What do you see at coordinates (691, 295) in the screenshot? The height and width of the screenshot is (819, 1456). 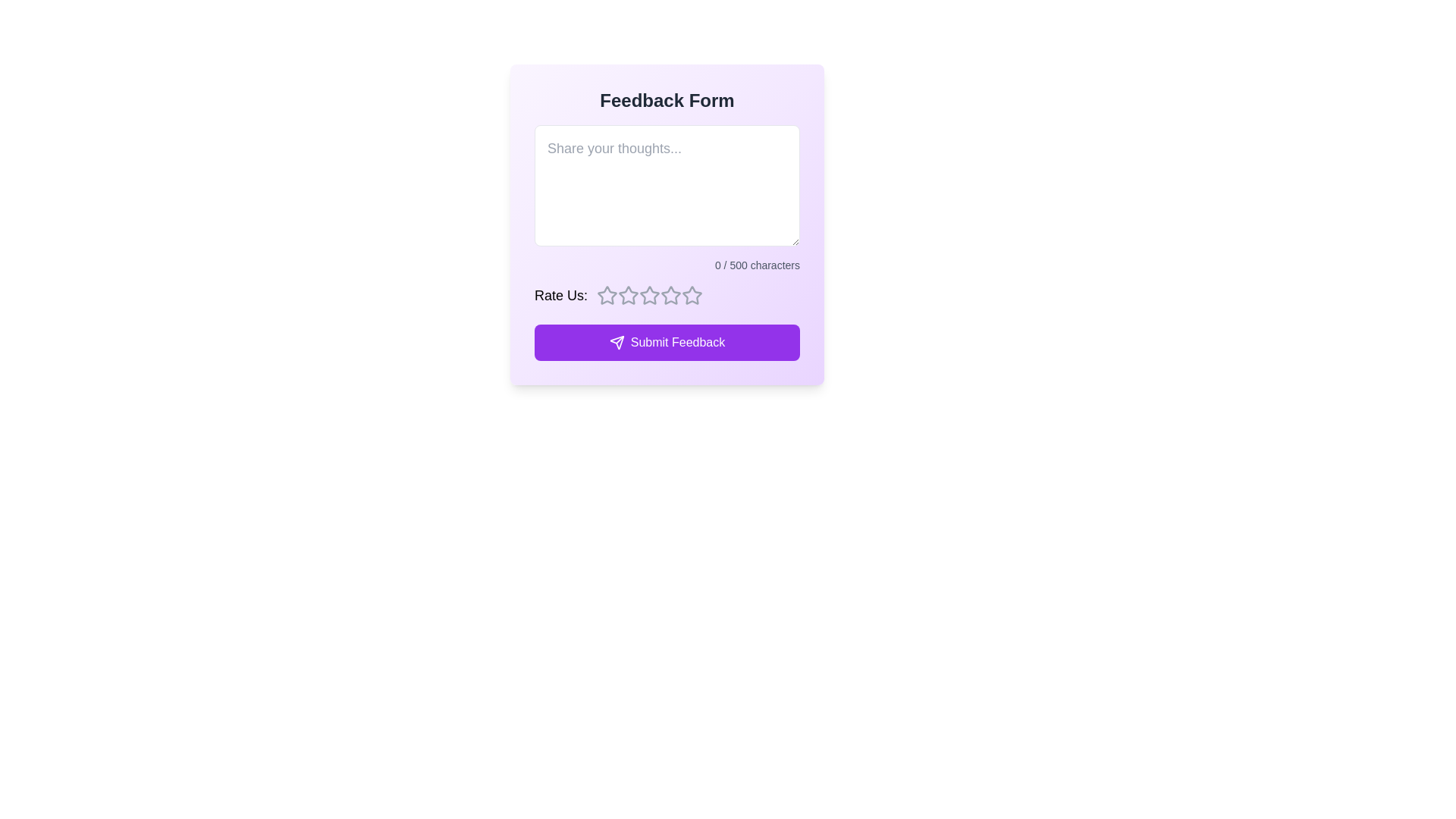 I see `the fourth star in the Rating Component located beneath the text 'Rate Us:' on the feedback form` at bounding box center [691, 295].